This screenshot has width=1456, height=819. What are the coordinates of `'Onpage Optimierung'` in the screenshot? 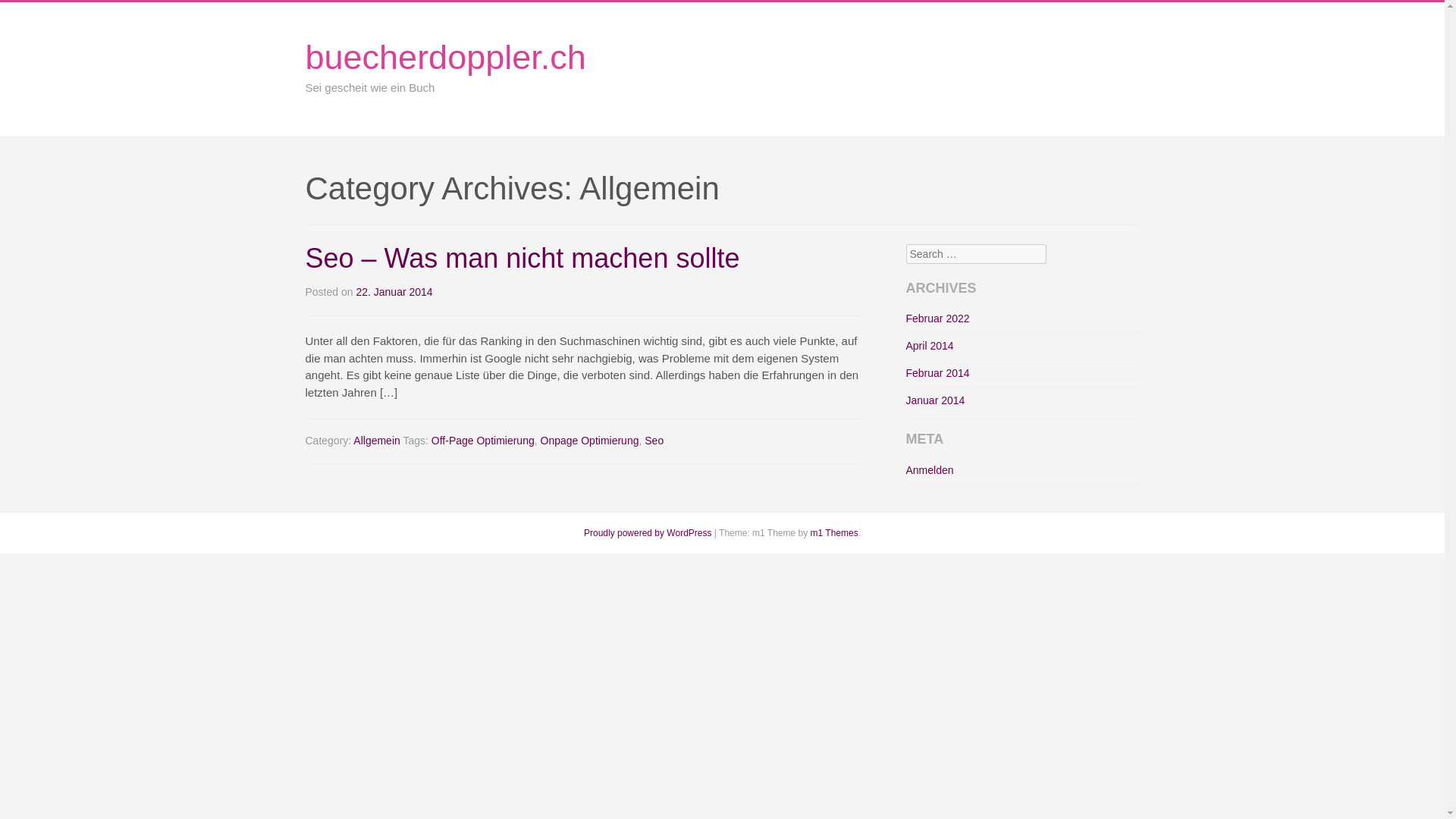 It's located at (588, 441).